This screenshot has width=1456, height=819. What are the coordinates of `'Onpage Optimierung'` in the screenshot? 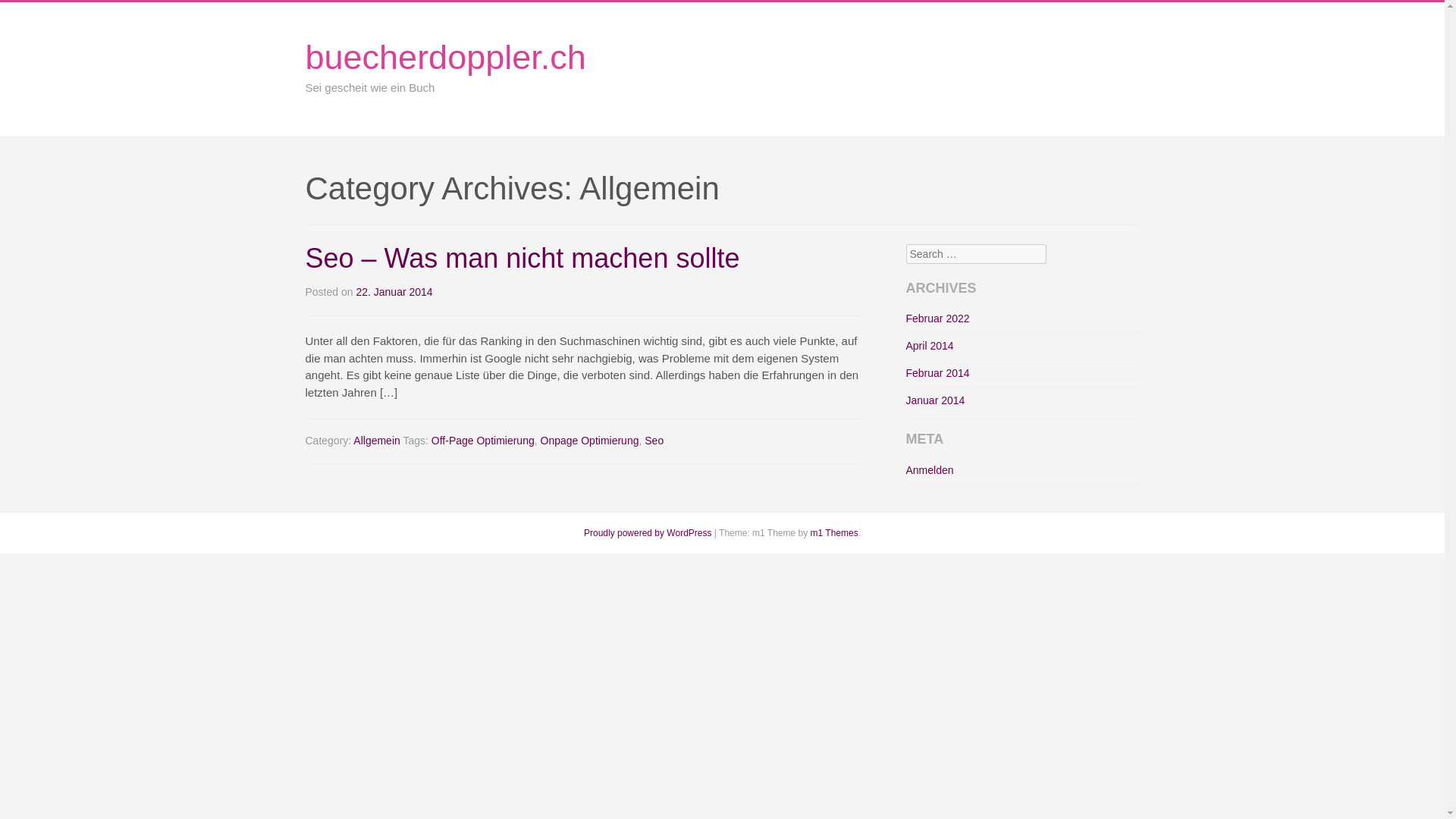 It's located at (588, 441).